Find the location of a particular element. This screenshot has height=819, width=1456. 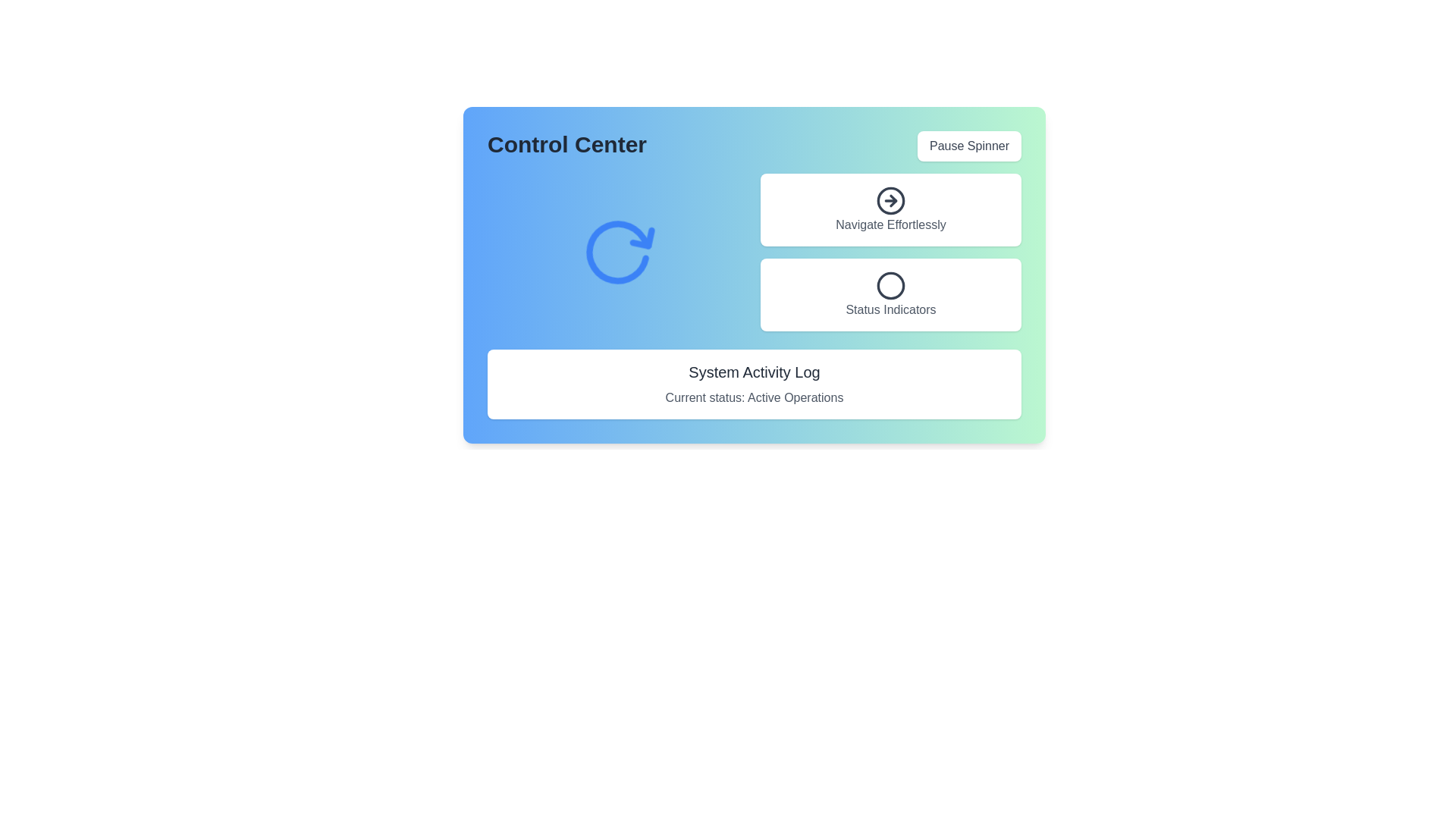

the Informational display panel located at the bottom of the 'Control Center', which indicates ongoing system activity is located at coordinates (754, 383).